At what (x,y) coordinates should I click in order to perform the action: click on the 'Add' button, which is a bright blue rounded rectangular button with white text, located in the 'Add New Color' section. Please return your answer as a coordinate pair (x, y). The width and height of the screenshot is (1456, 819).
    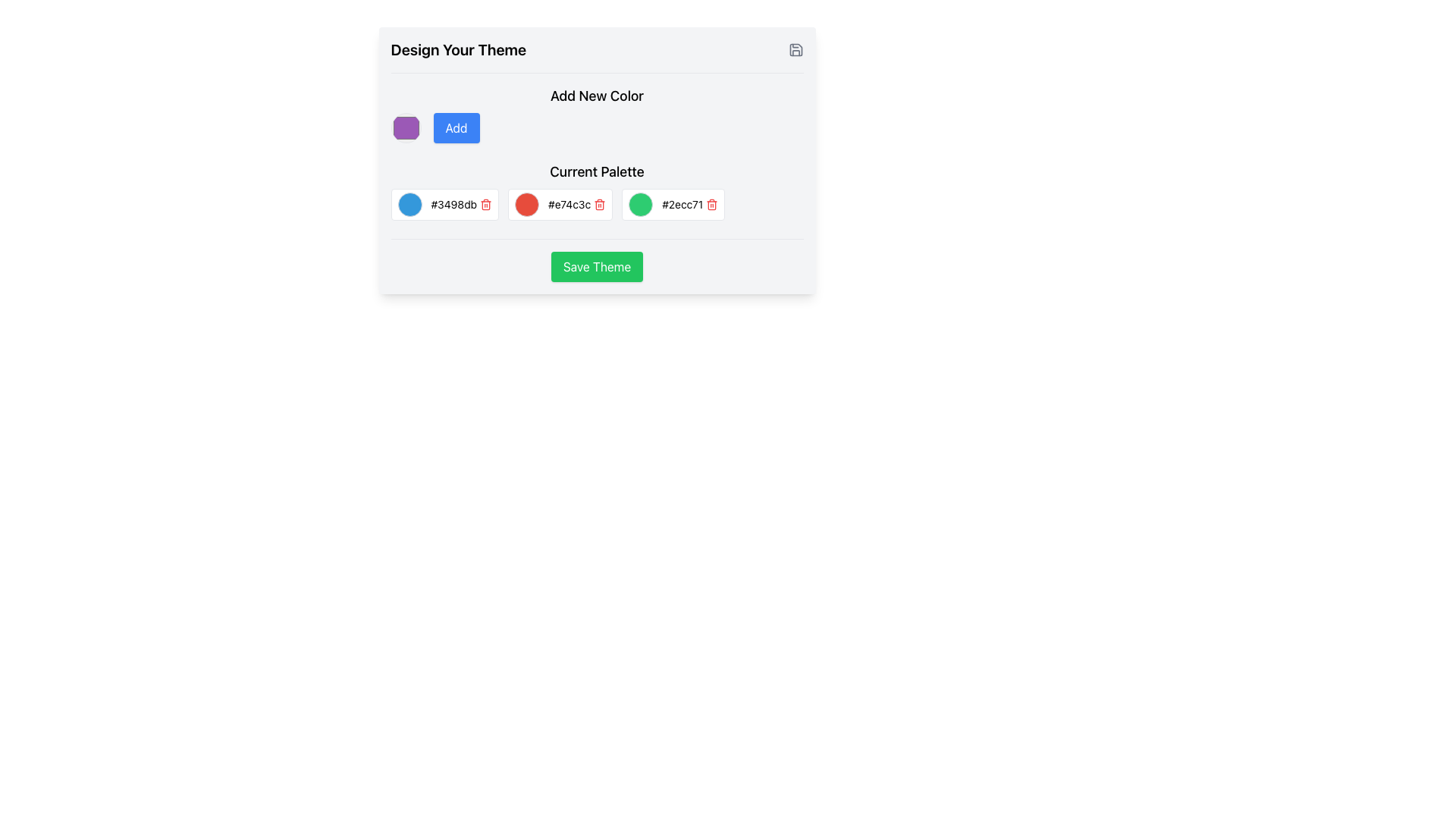
    Looking at the image, I should click on (455, 127).